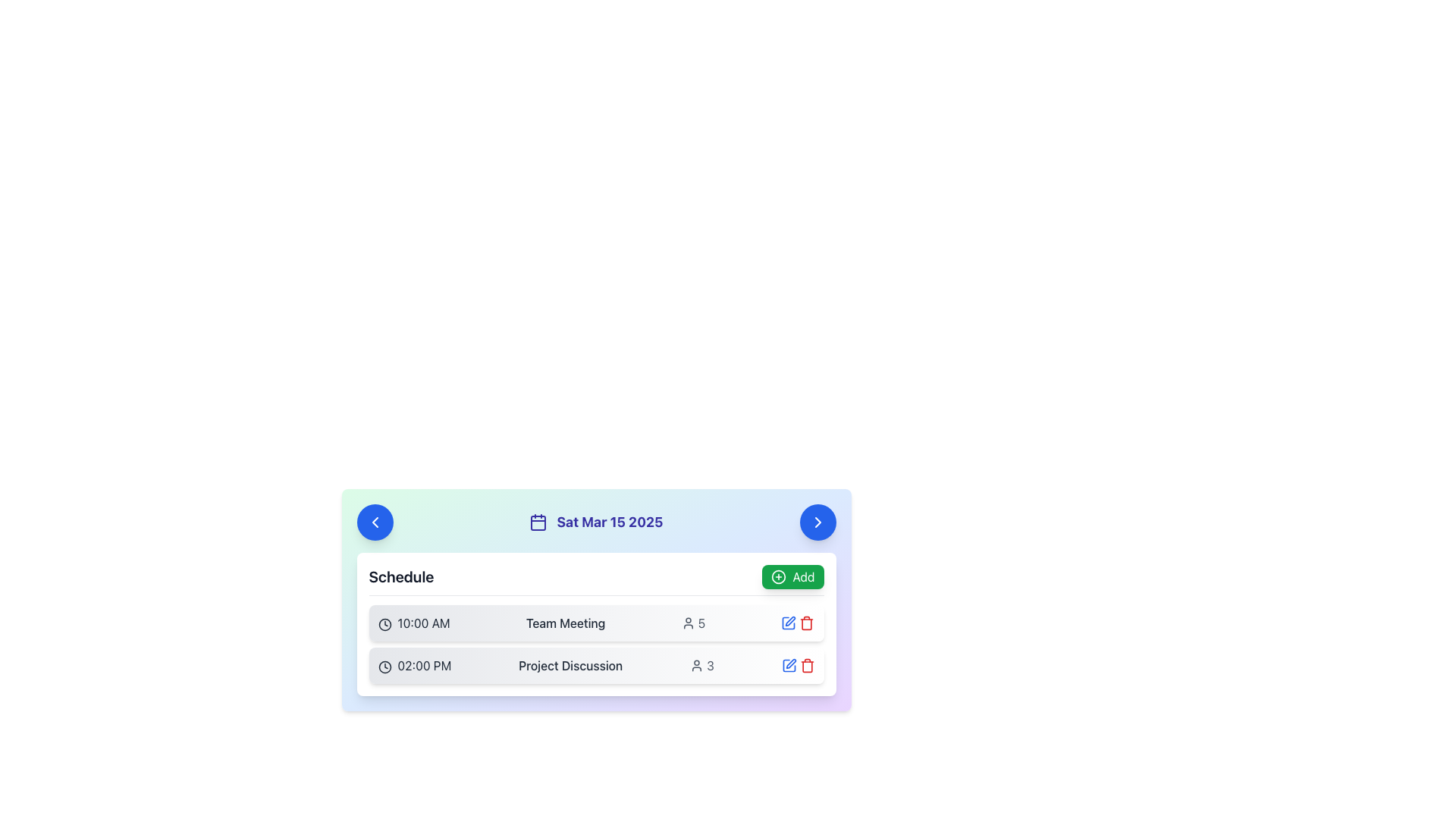  What do you see at coordinates (401, 576) in the screenshot?
I see `the 'Schedule' text label, which is prominently positioned at the top-left side of the section, serving as a header` at bounding box center [401, 576].